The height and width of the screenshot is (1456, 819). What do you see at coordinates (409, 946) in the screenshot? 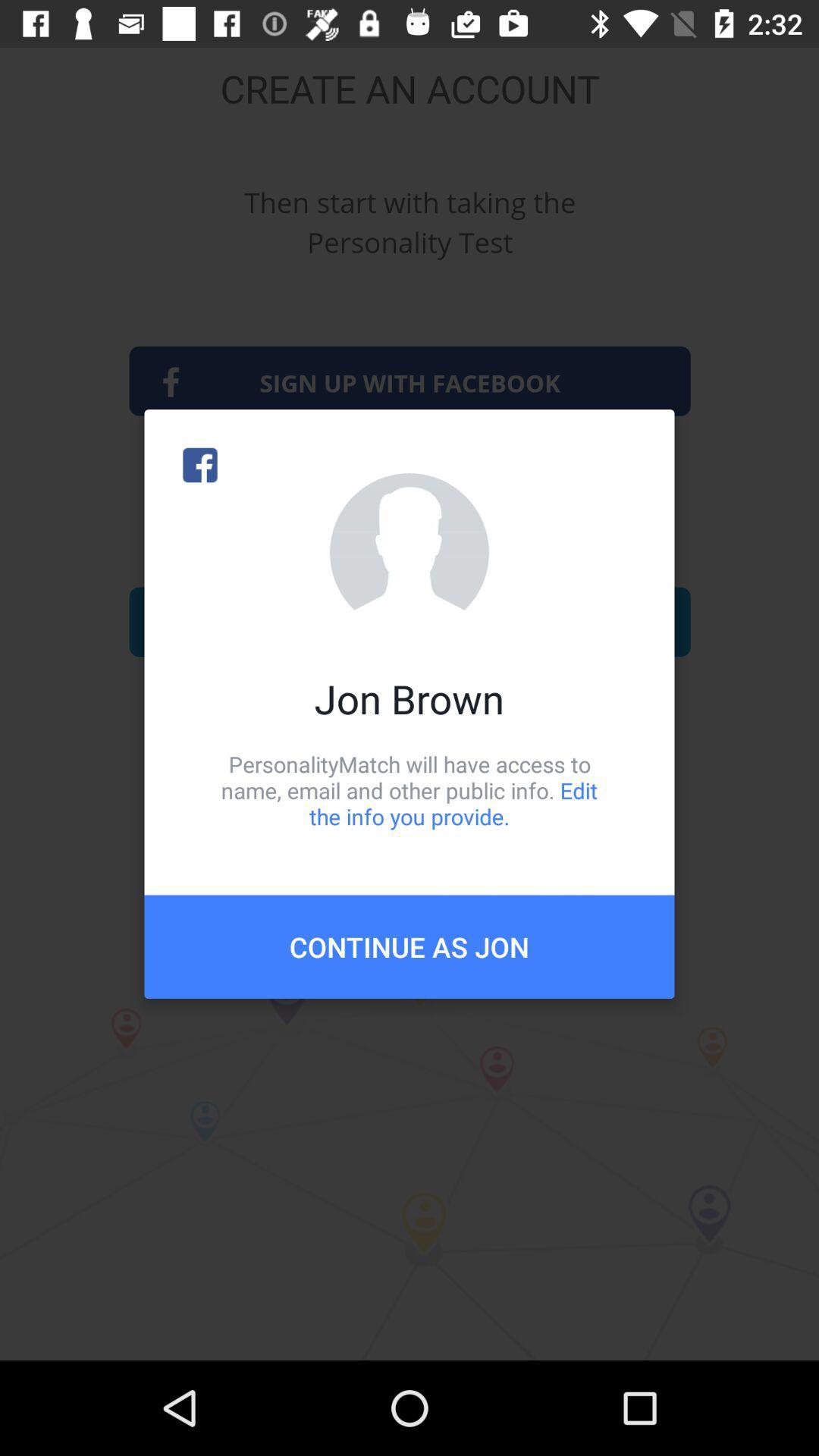
I see `the item below personalitymatch will have item` at bounding box center [409, 946].